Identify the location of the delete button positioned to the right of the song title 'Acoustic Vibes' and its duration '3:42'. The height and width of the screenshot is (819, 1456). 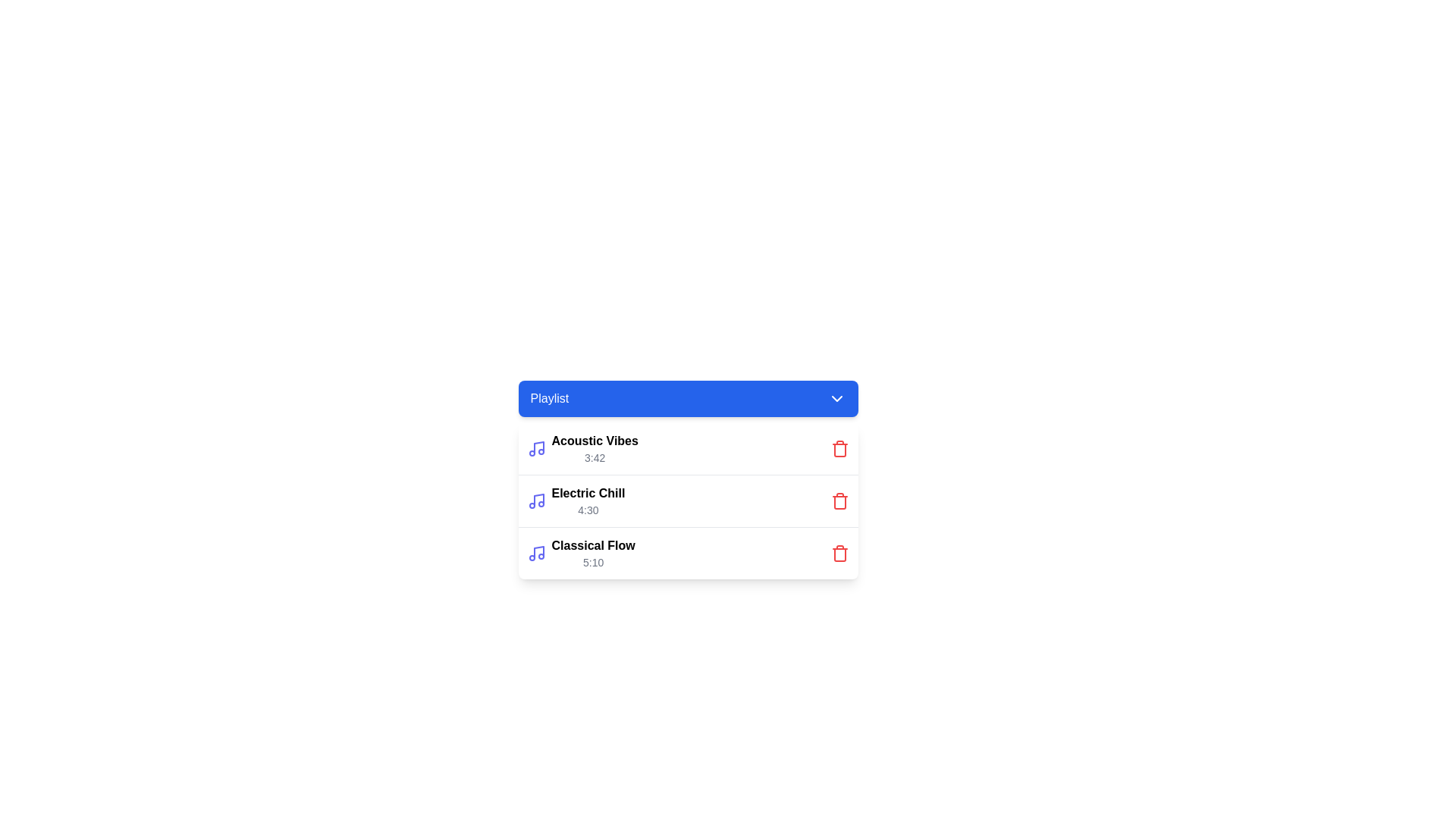
(839, 447).